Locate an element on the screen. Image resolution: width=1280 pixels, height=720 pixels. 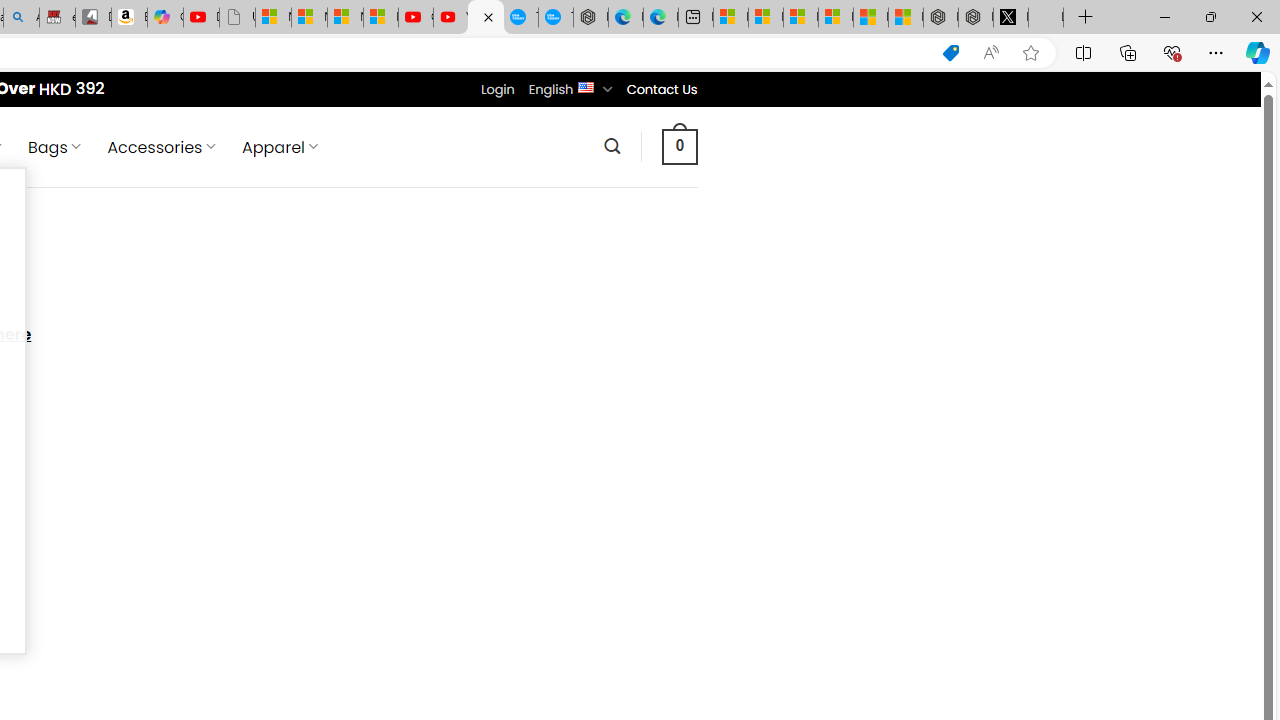
'Nordace - Nordace has arrived Hong Kong' is located at coordinates (589, 17).